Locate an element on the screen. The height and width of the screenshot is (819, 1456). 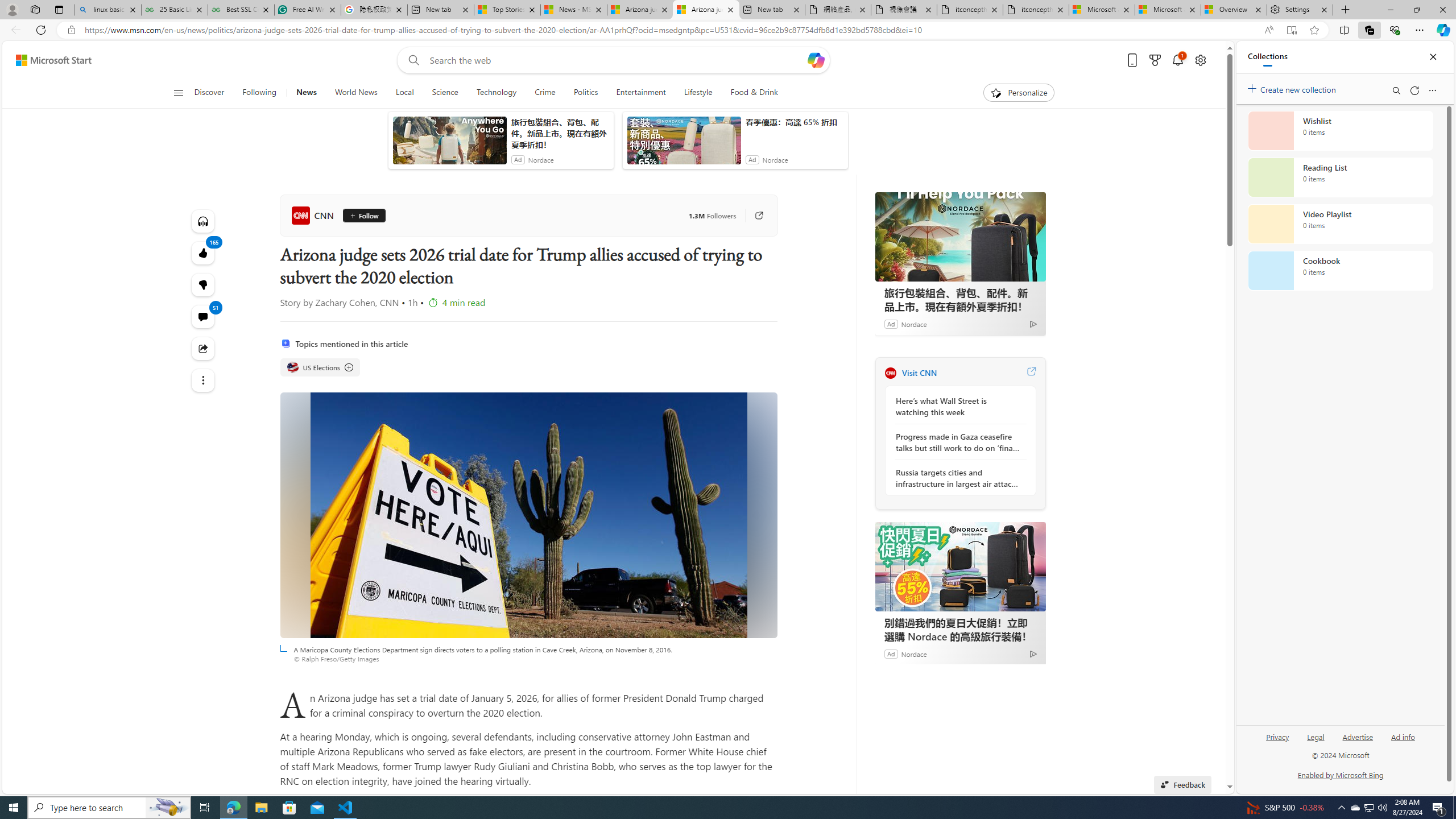
'CNN' is located at coordinates (890, 372).